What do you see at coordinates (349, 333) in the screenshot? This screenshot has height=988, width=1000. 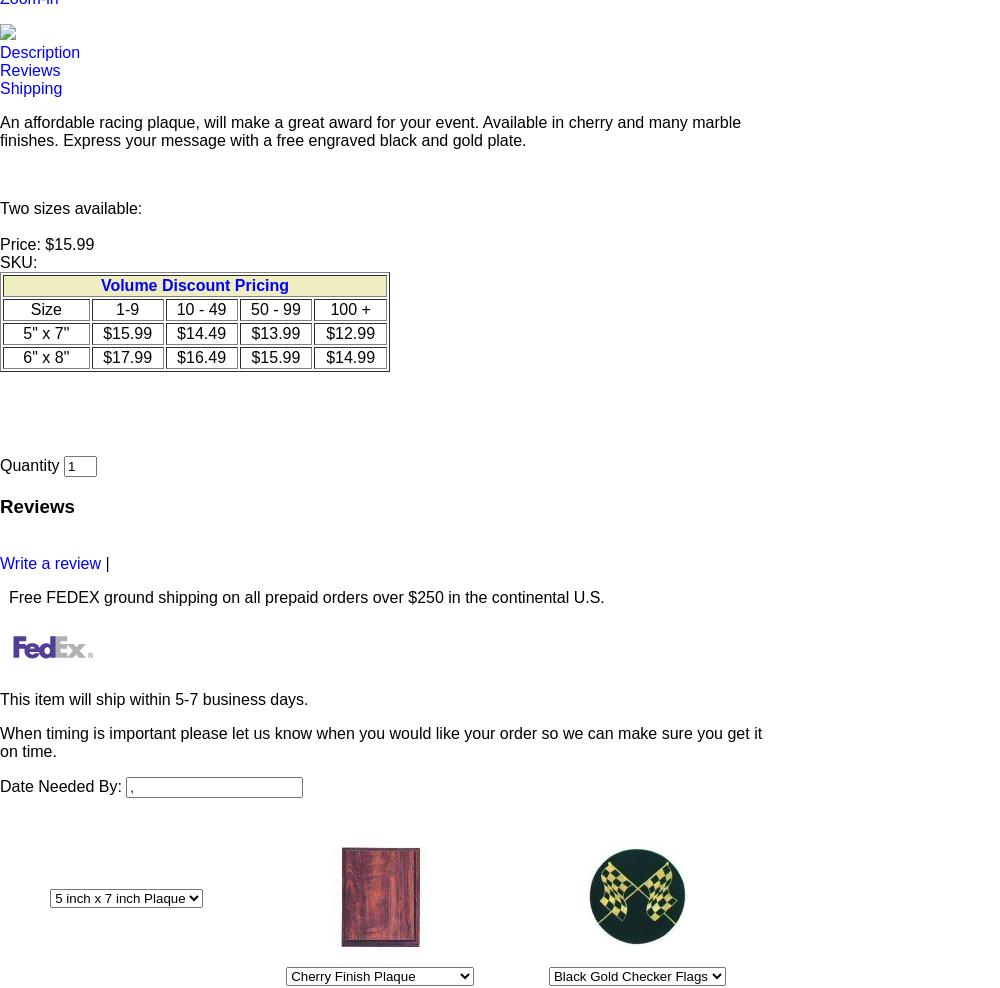 I see `'$12.99'` at bounding box center [349, 333].